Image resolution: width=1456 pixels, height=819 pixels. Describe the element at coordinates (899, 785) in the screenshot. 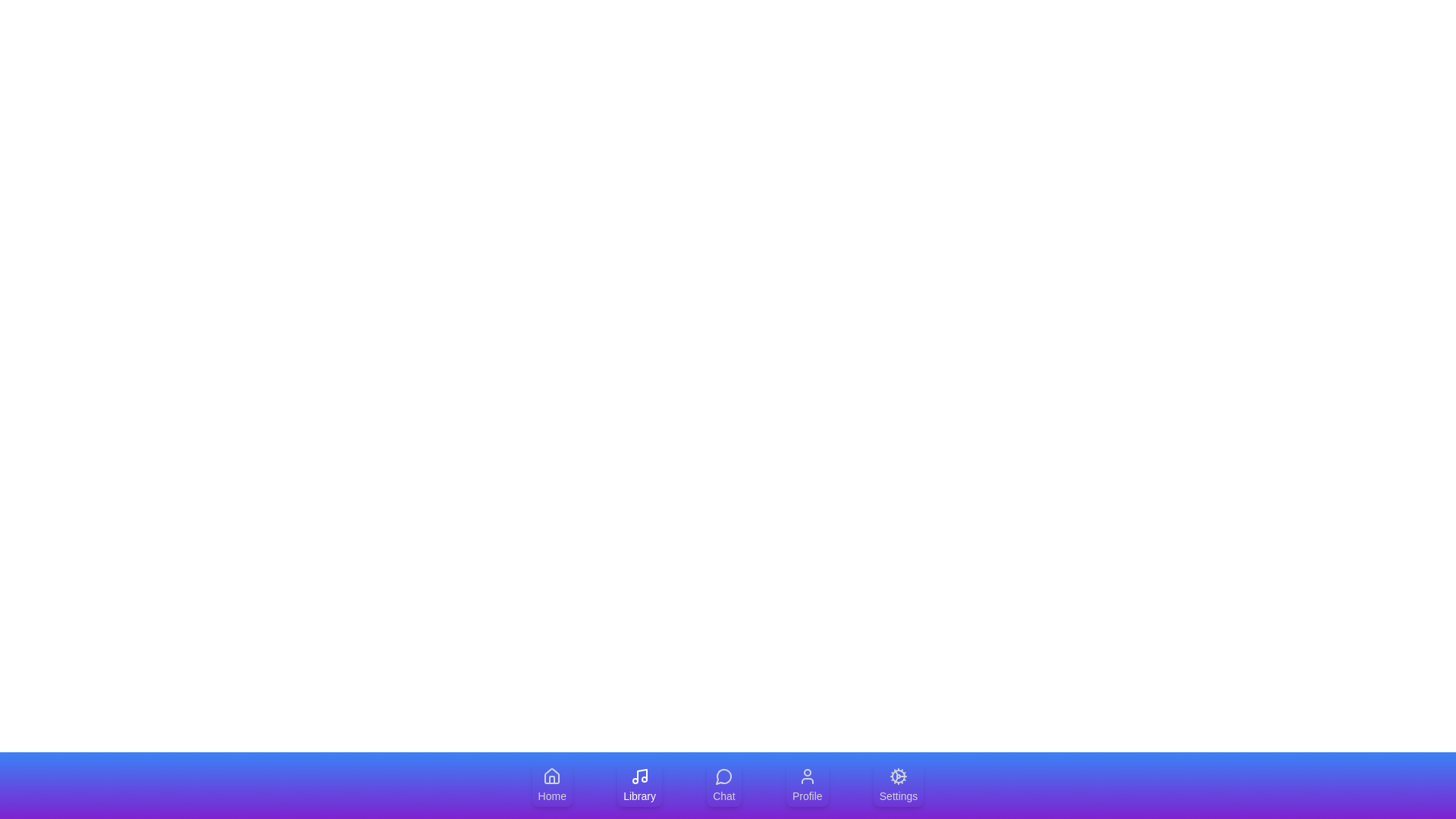

I see `the Settings tab to observe the hover effect` at that location.